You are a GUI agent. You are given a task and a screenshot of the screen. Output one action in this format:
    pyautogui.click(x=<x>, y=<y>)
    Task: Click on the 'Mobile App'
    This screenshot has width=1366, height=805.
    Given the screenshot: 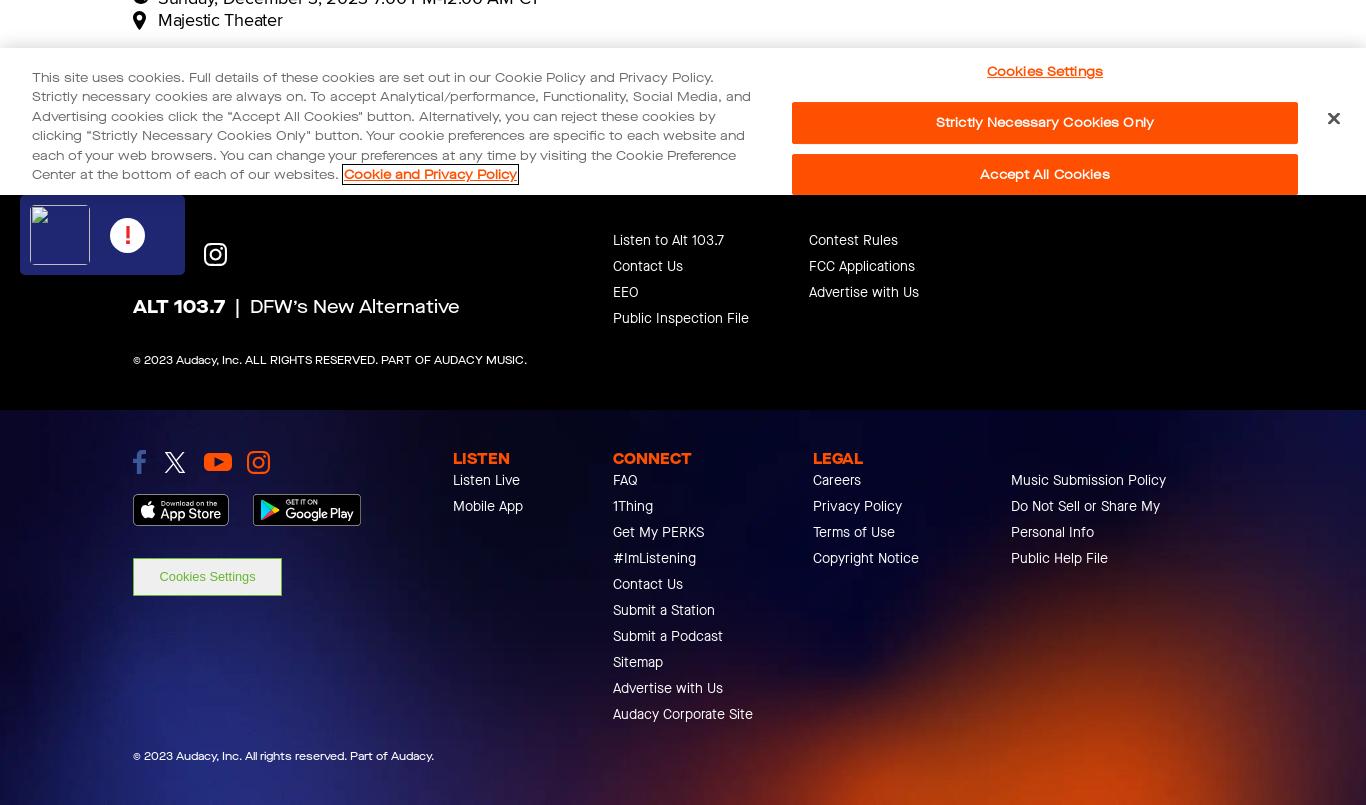 What is the action you would take?
    pyautogui.click(x=487, y=506)
    